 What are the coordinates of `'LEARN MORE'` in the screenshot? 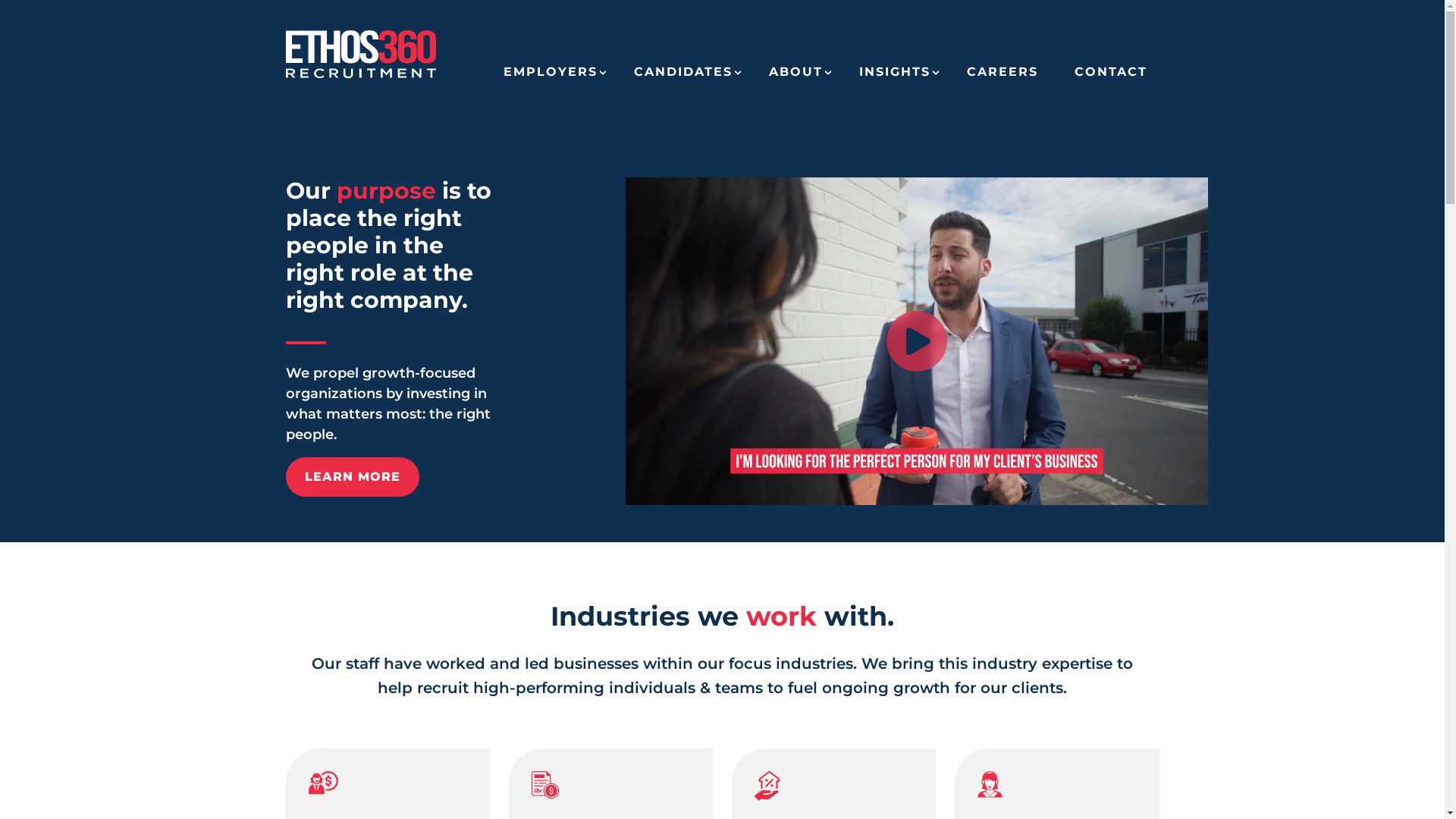 It's located at (351, 475).